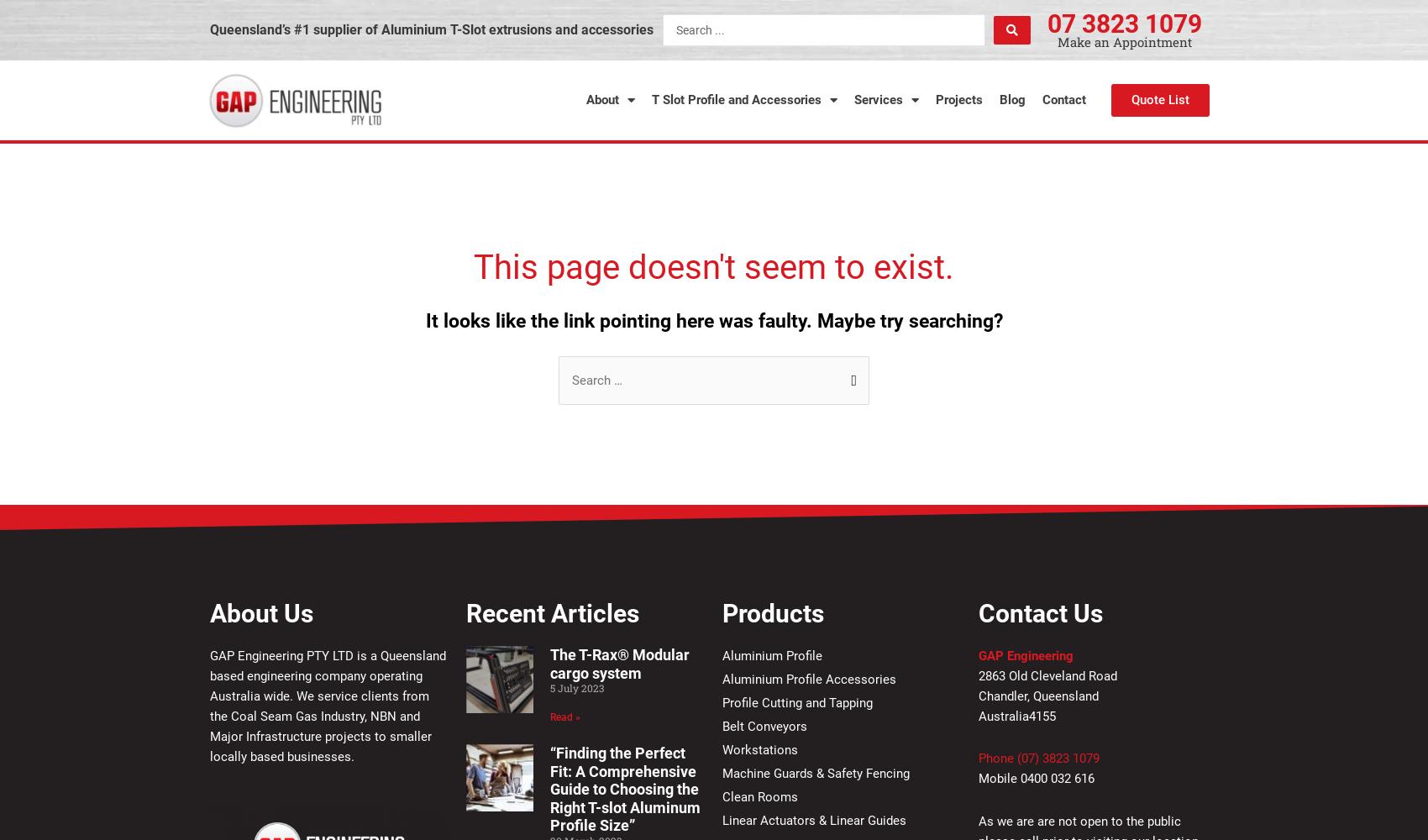 This screenshot has width=1428, height=840. I want to click on '5 July 2023', so click(575, 687).